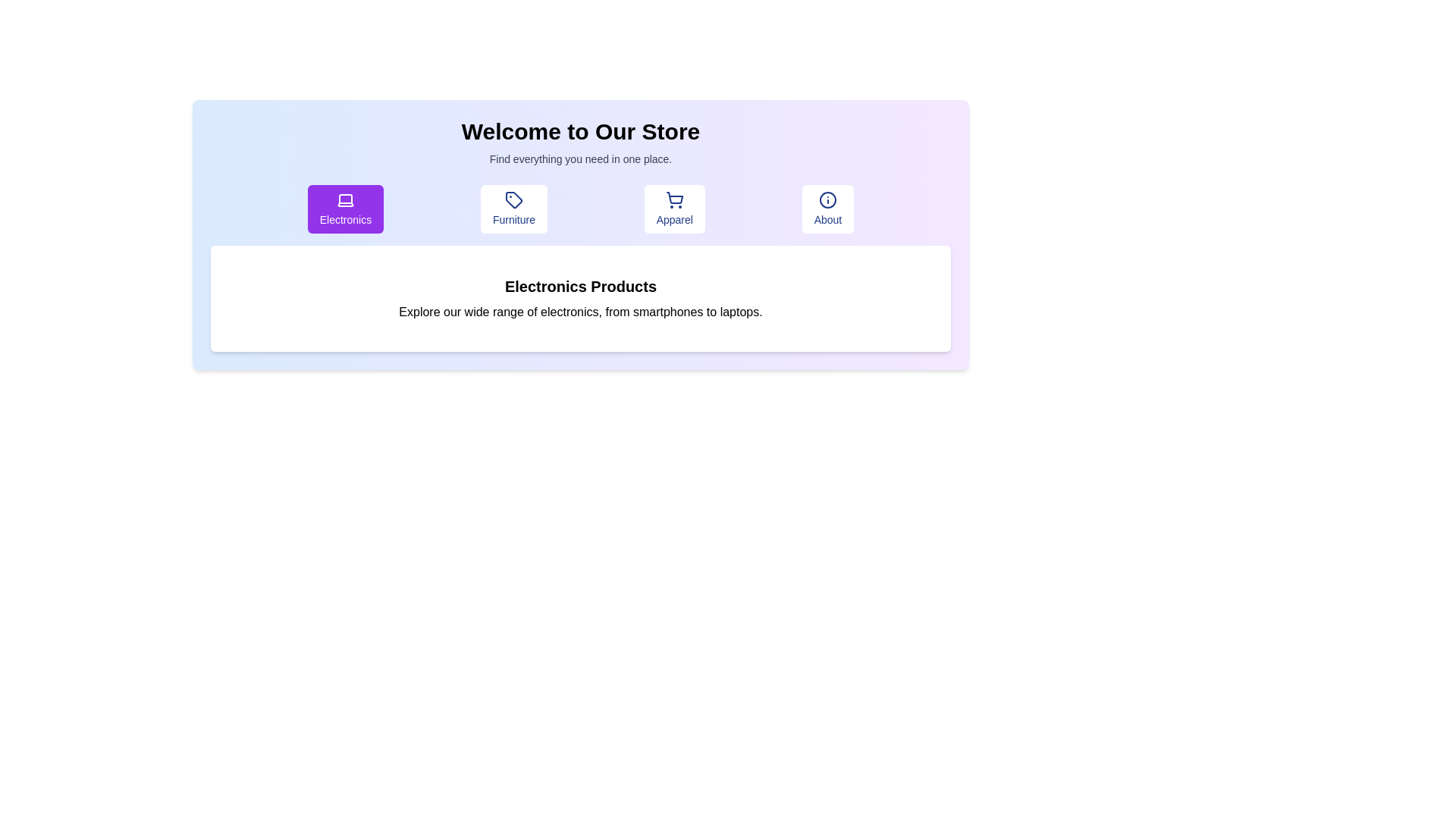 The height and width of the screenshot is (819, 1456). Describe the element at coordinates (345, 209) in the screenshot. I see `the 'Electronics' category button located in the top-left section of a horizontal row of buttons` at that location.